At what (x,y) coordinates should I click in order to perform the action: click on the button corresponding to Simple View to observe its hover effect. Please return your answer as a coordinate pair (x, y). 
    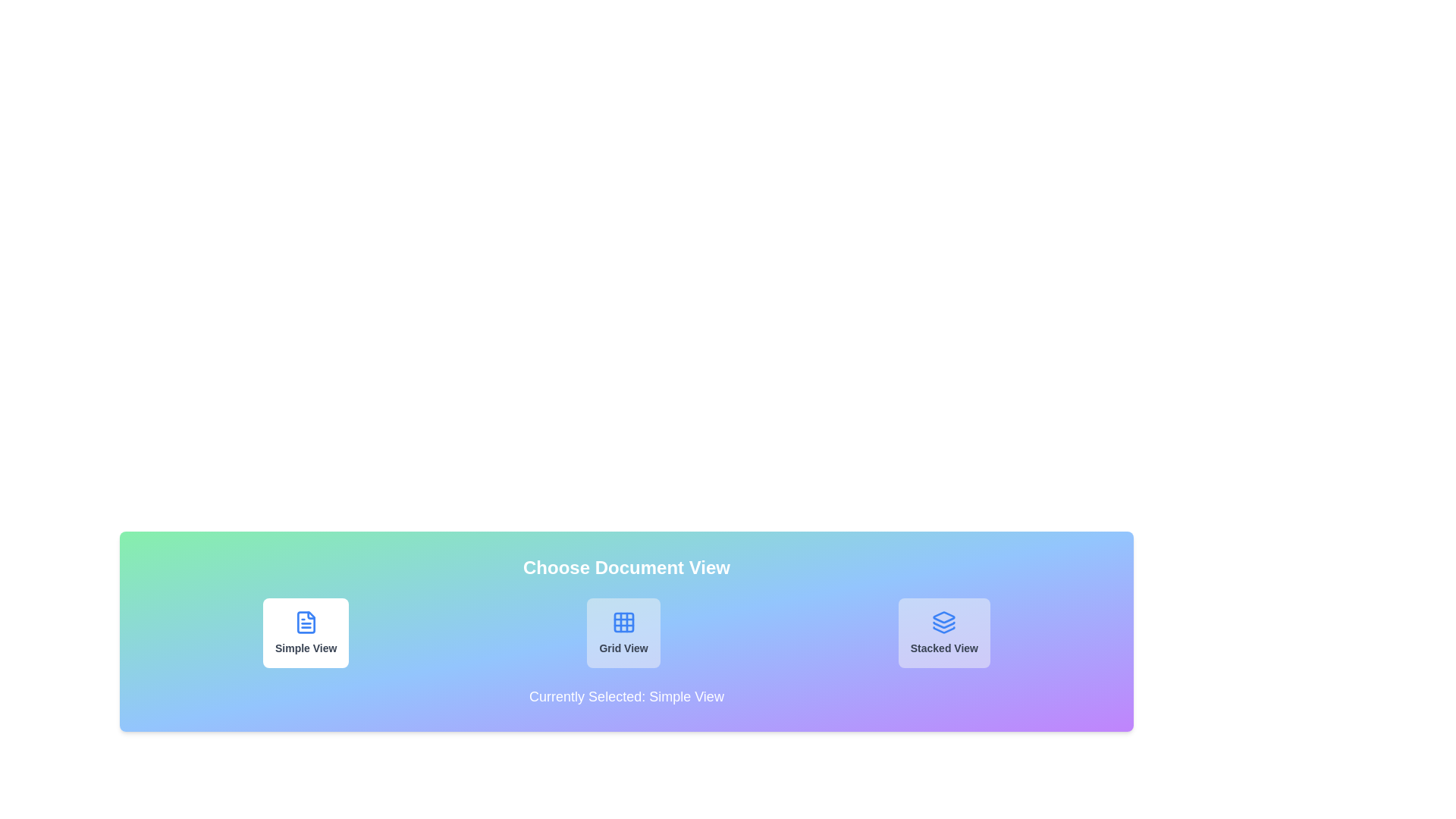
    Looking at the image, I should click on (305, 632).